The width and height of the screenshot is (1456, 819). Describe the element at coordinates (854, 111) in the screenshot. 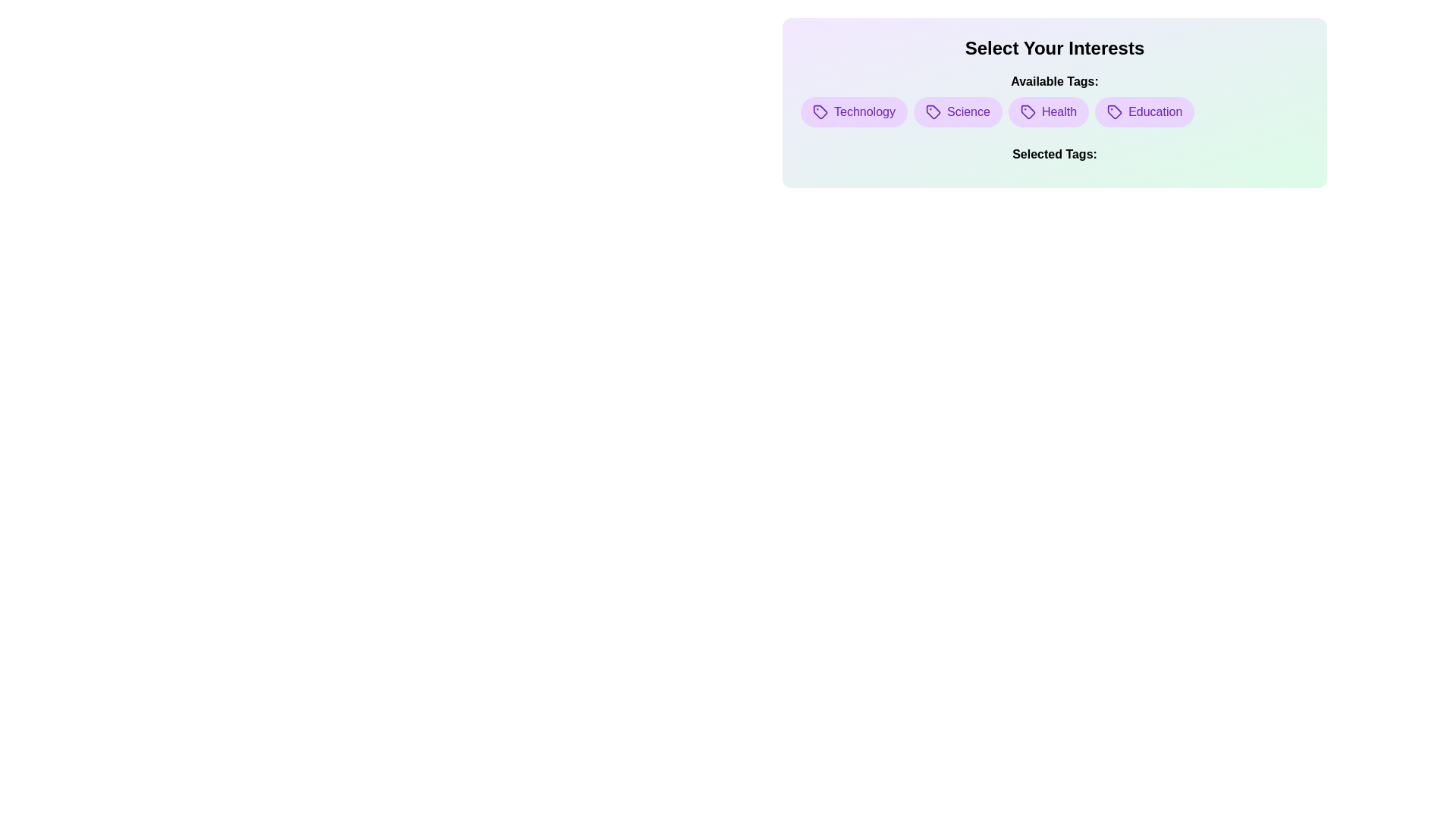

I see `the pill-shaped button labeled 'Technology' with a purple background` at that location.